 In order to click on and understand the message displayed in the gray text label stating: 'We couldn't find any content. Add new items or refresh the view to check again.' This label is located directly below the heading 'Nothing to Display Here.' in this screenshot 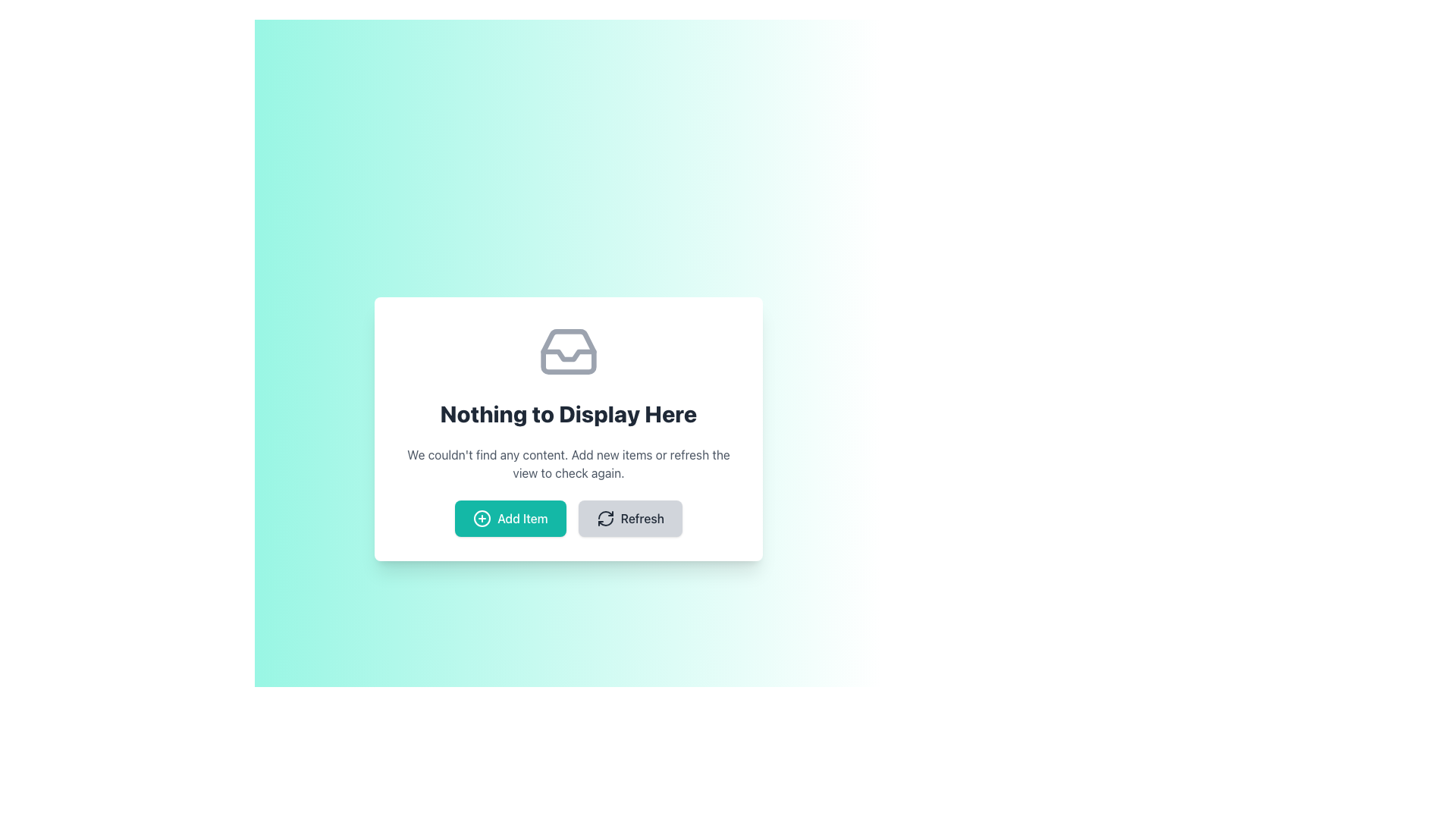, I will do `click(567, 463)`.